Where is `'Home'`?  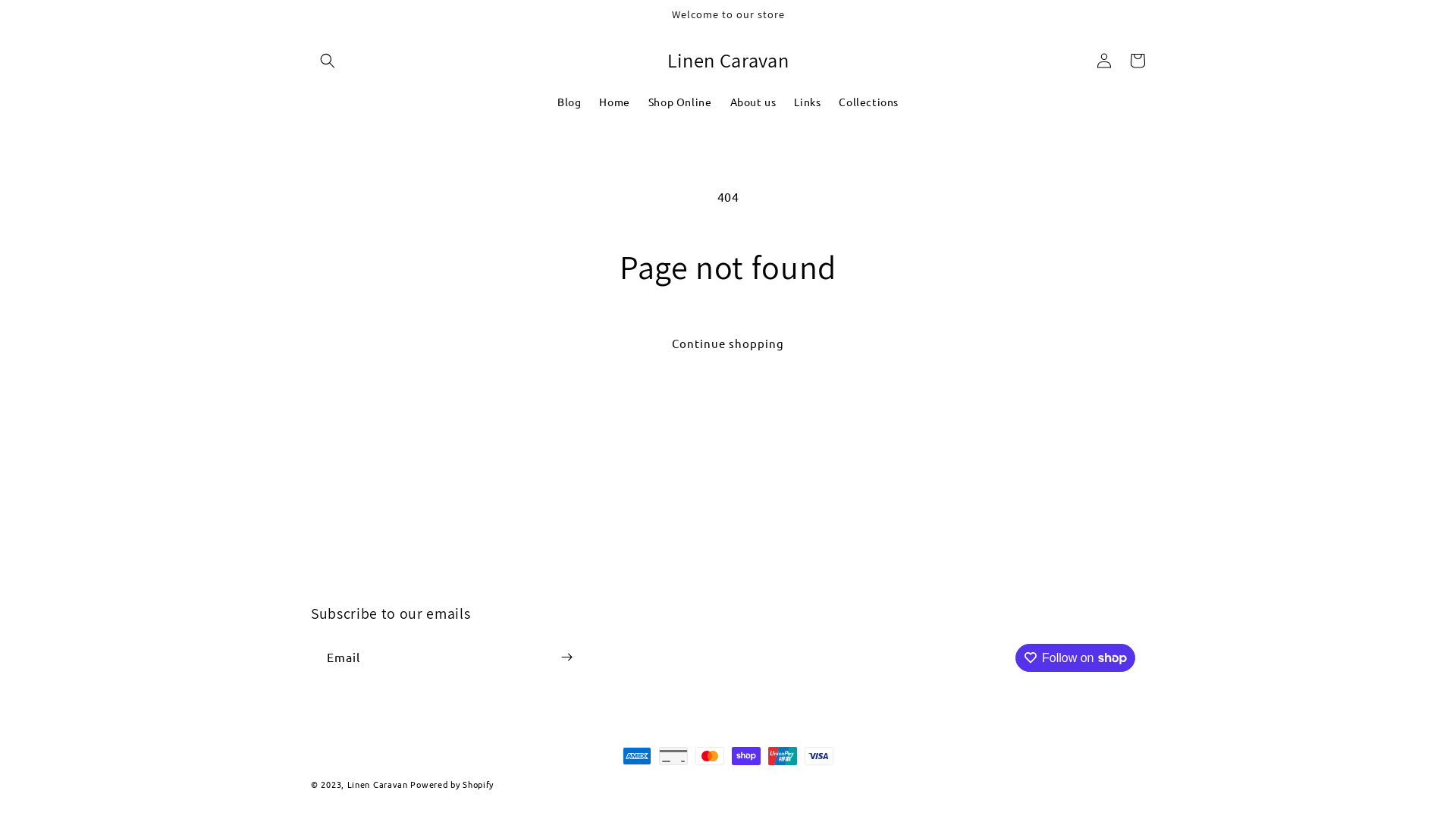 'Home' is located at coordinates (614, 102).